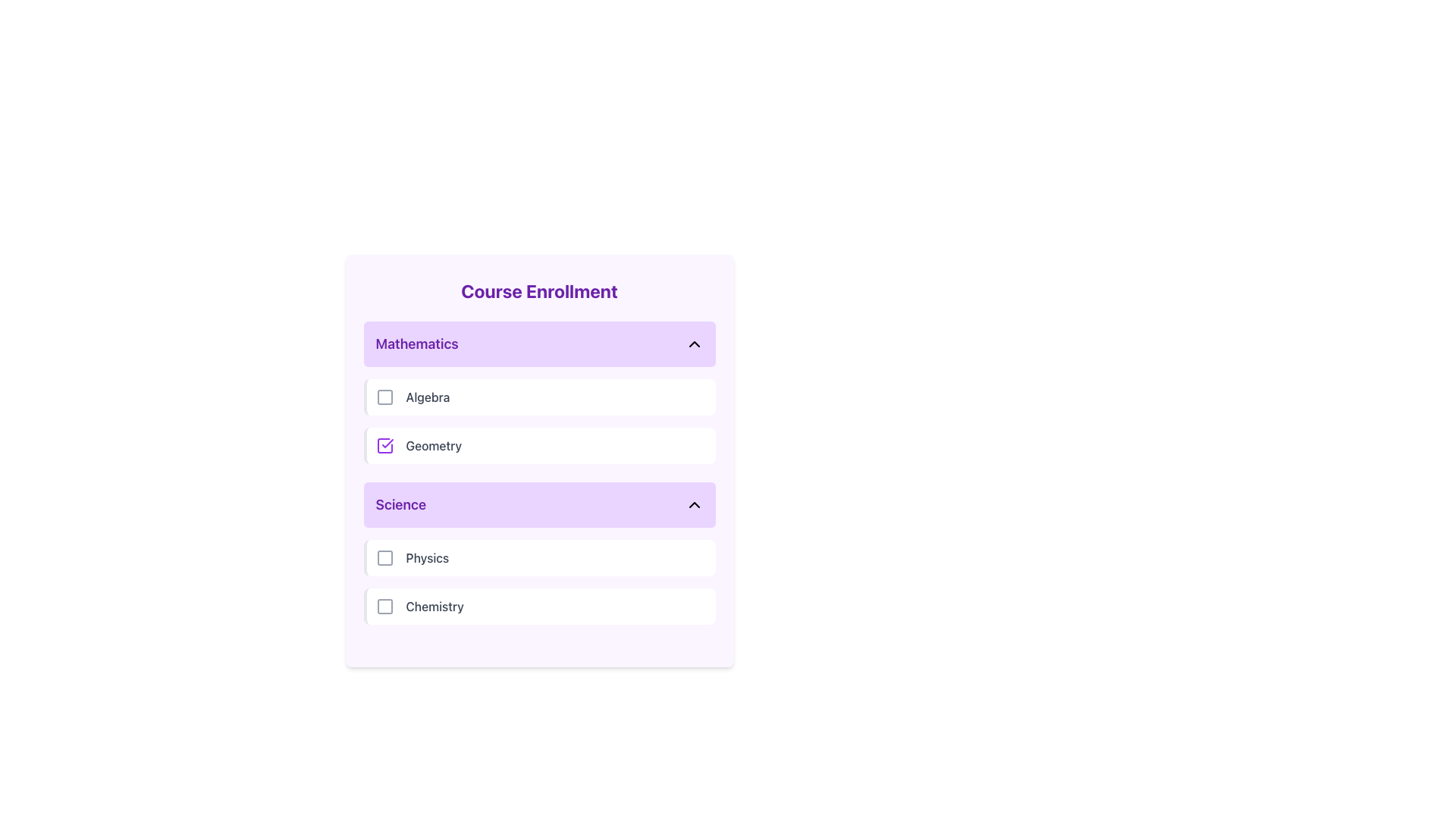  I want to click on the toggle icon located in the top-right corner of the 'Mathematics' section header to change its visibility, so click(693, 344).